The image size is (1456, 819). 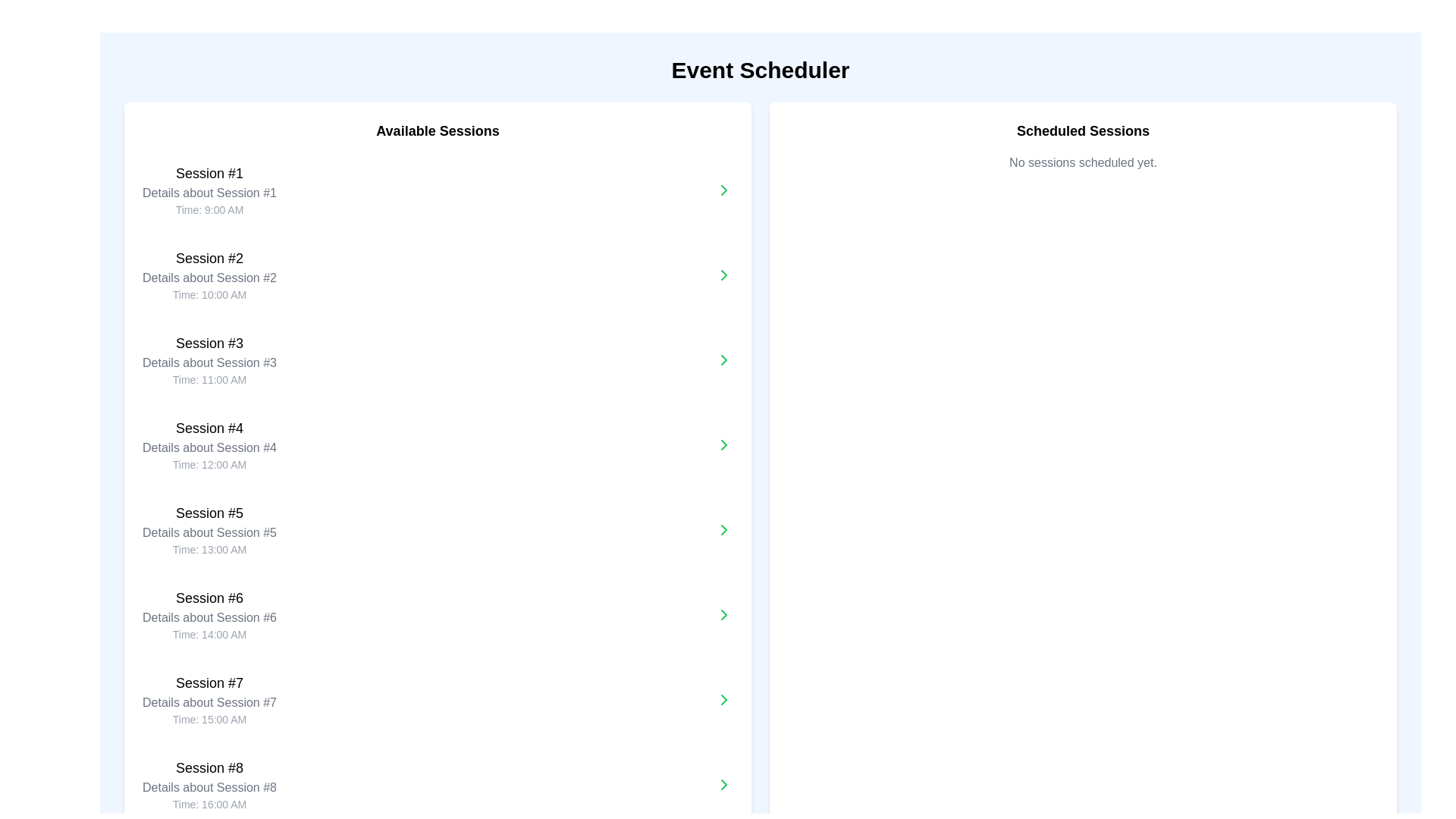 I want to click on the Chevron navigation button located at the right end of the 'Session #3' row to change its color, so click(x=723, y=359).